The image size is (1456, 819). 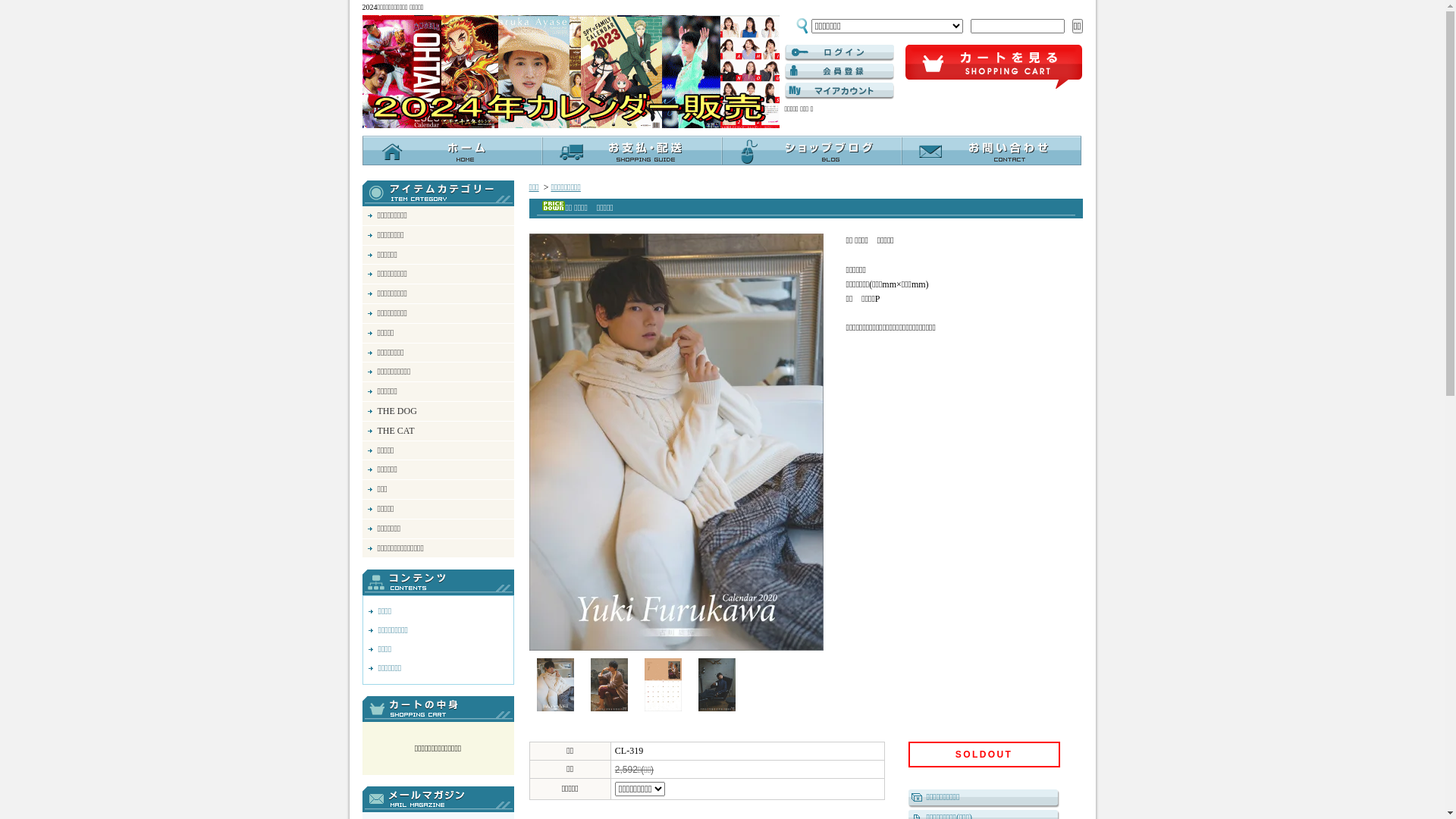 What do you see at coordinates (362, 431) in the screenshot?
I see `'THE CAT'` at bounding box center [362, 431].